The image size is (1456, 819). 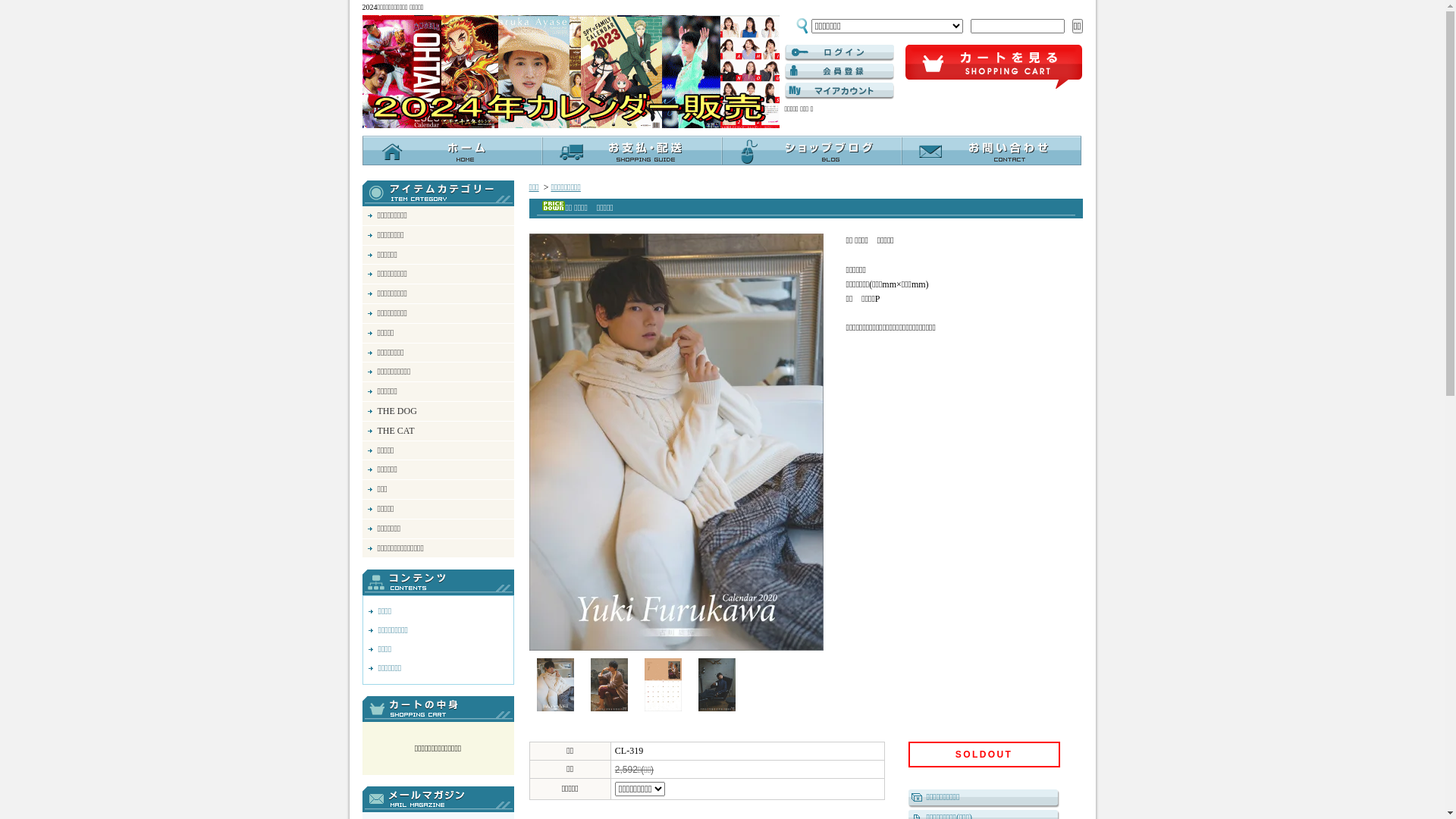 What do you see at coordinates (362, 431) in the screenshot?
I see `'THE CAT'` at bounding box center [362, 431].